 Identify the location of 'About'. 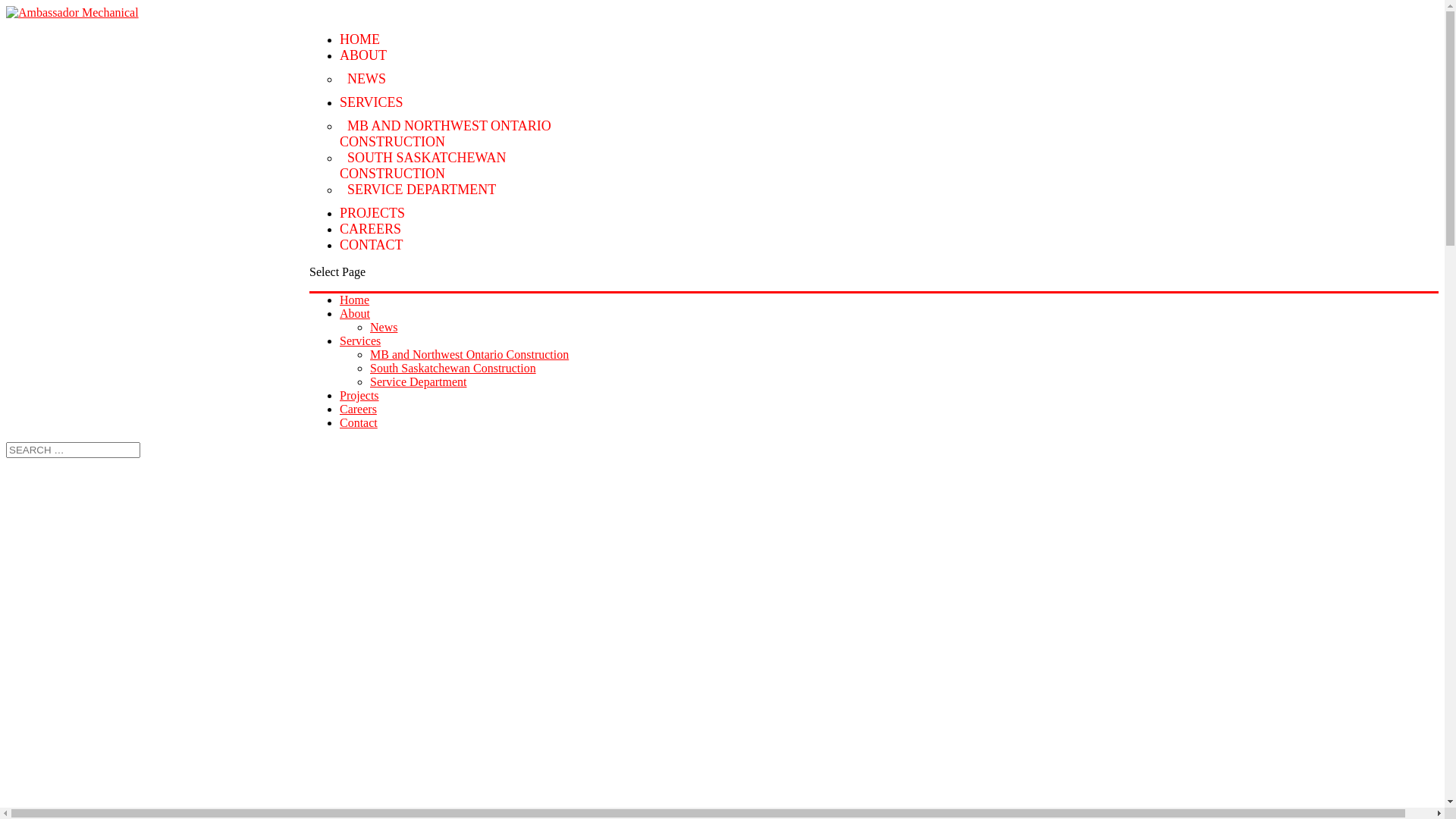
(353, 312).